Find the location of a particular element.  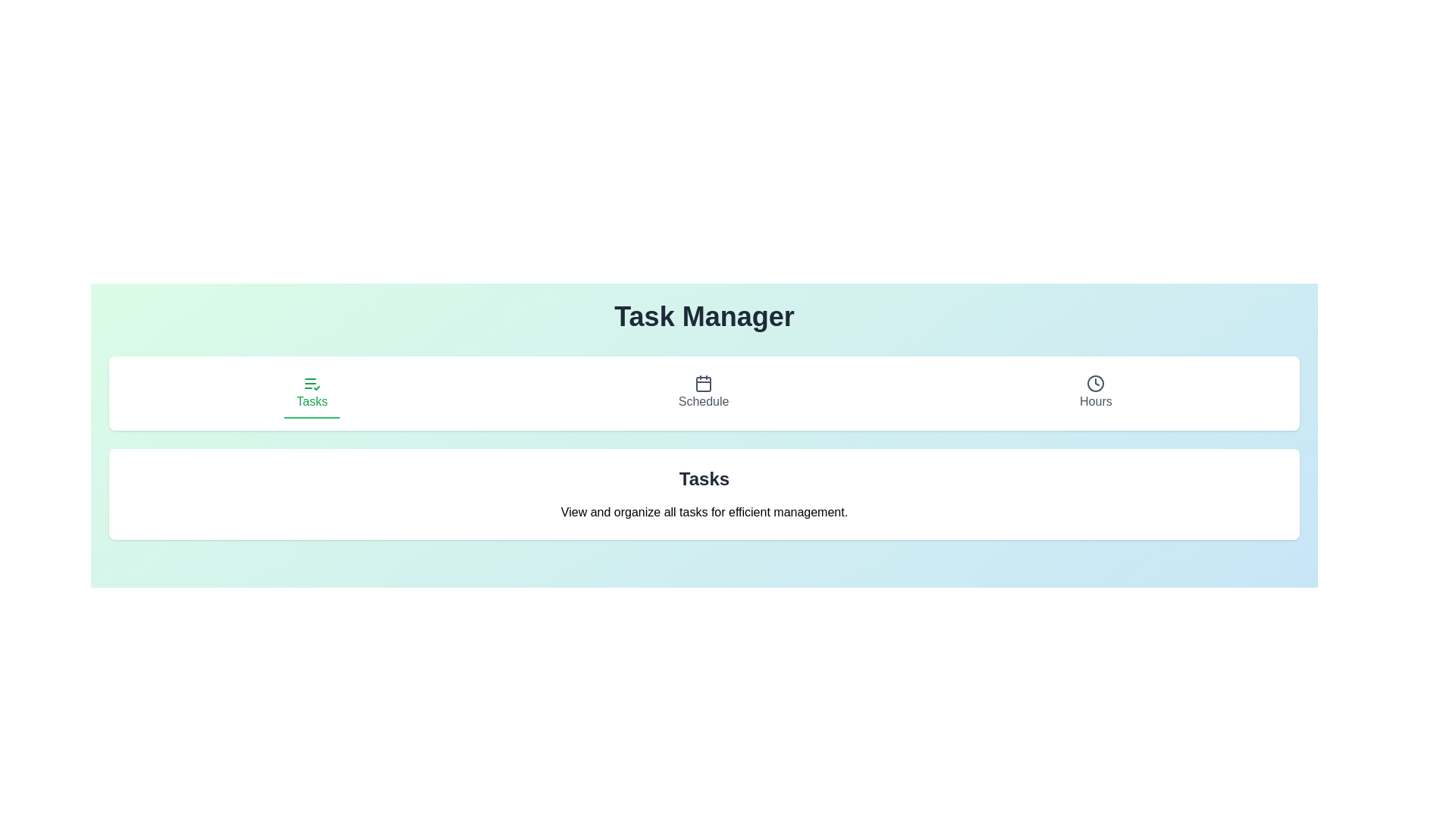

title of the primary heading labeled 'Task Manager', which is centrally located at the top of the interface is located at coordinates (704, 315).